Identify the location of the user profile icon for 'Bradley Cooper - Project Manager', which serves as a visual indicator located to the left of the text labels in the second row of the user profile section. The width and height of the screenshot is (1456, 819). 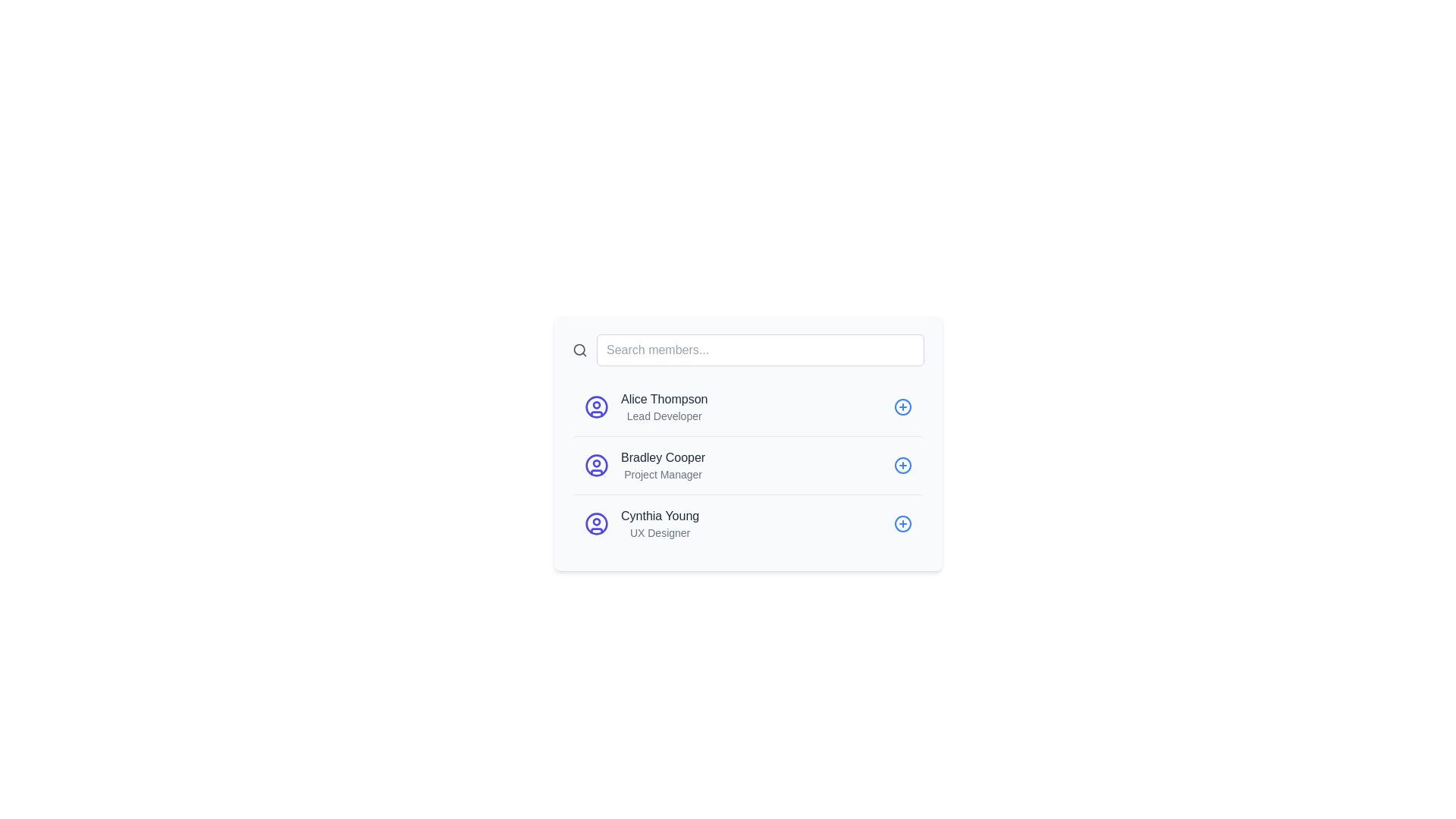
(596, 464).